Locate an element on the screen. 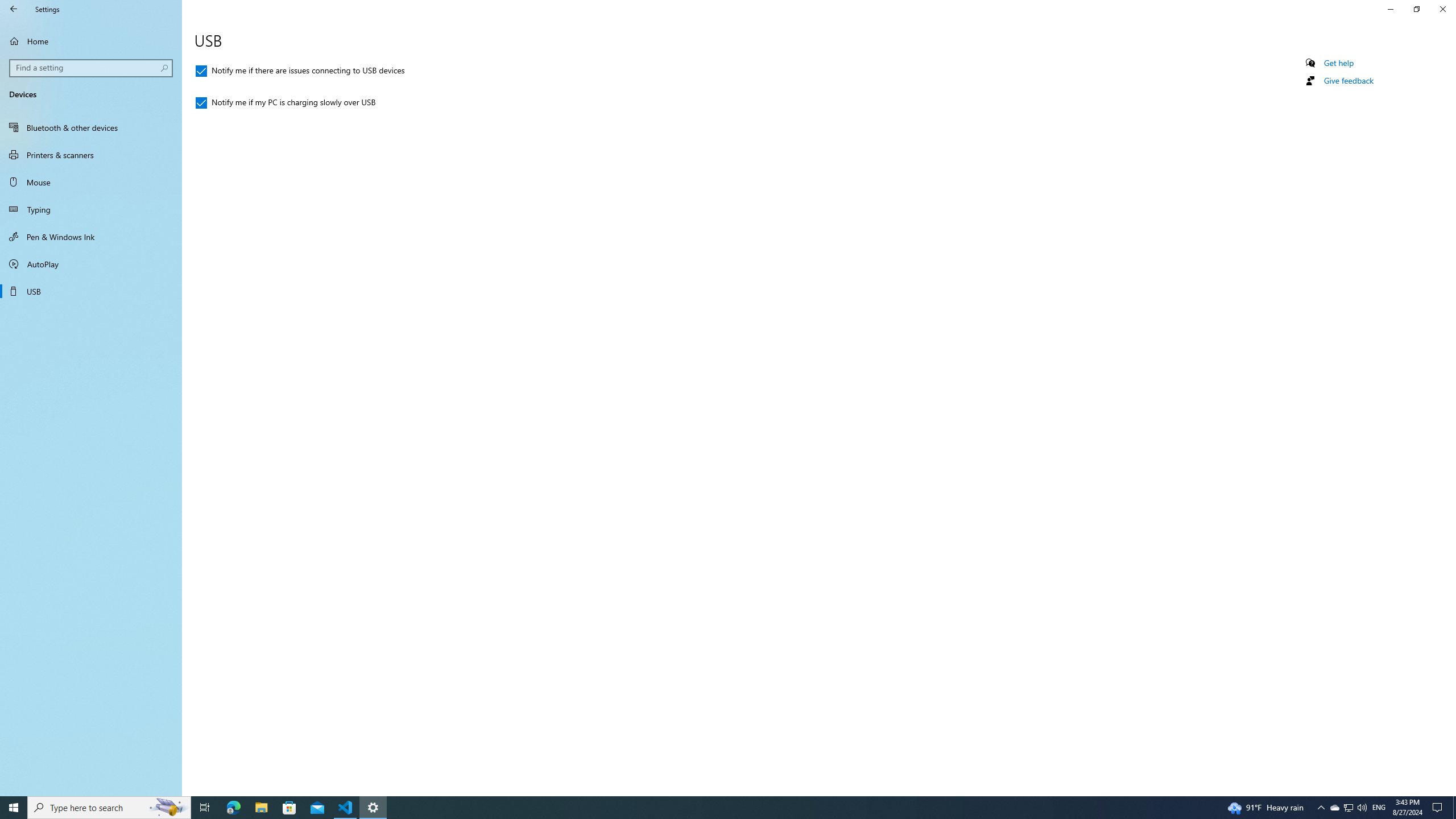 This screenshot has height=819, width=1456. 'Restore Settings' is located at coordinates (1416, 9).